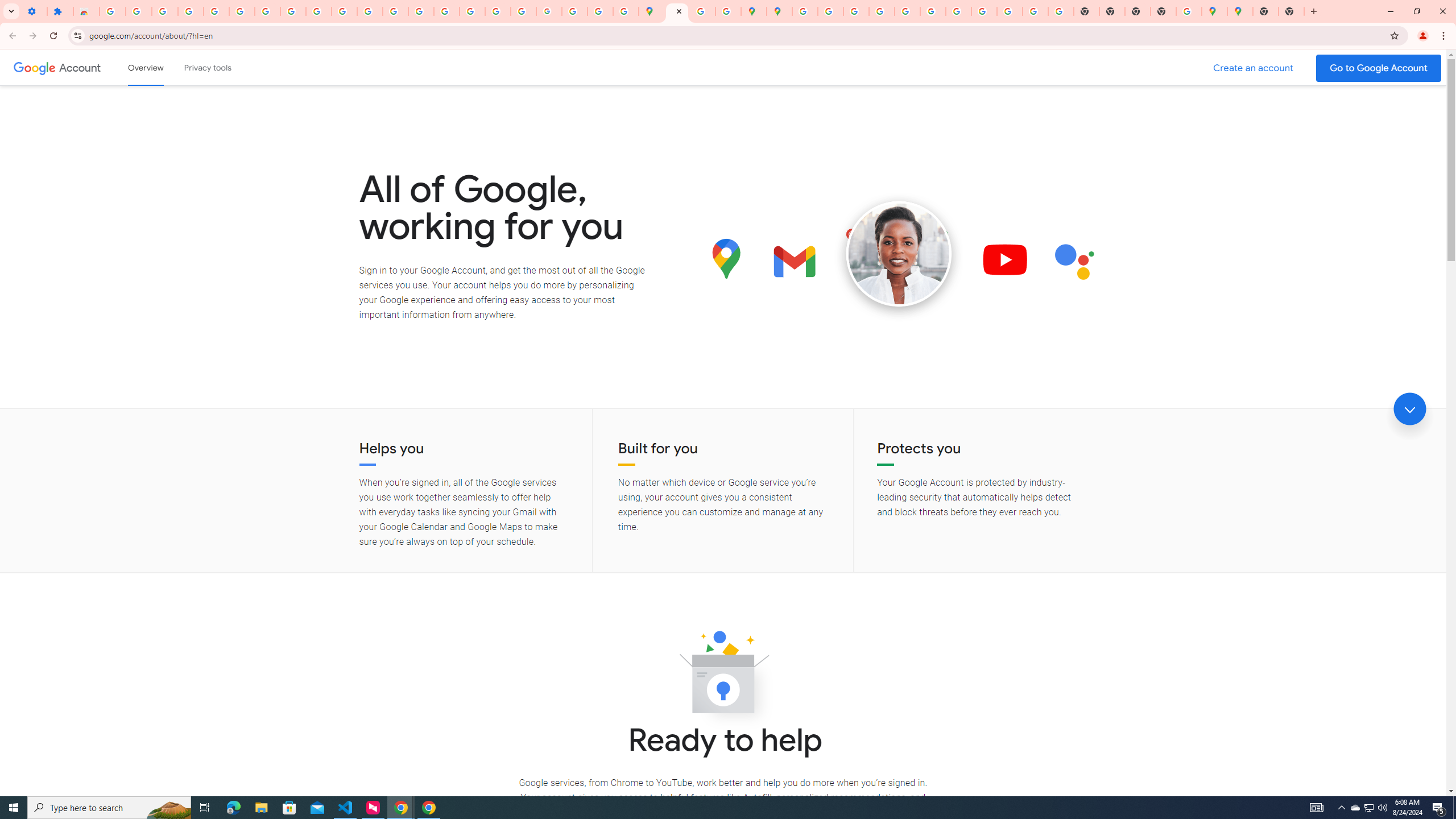 The height and width of the screenshot is (819, 1456). What do you see at coordinates (1379, 68) in the screenshot?
I see `'Go to your Google Account'` at bounding box center [1379, 68].